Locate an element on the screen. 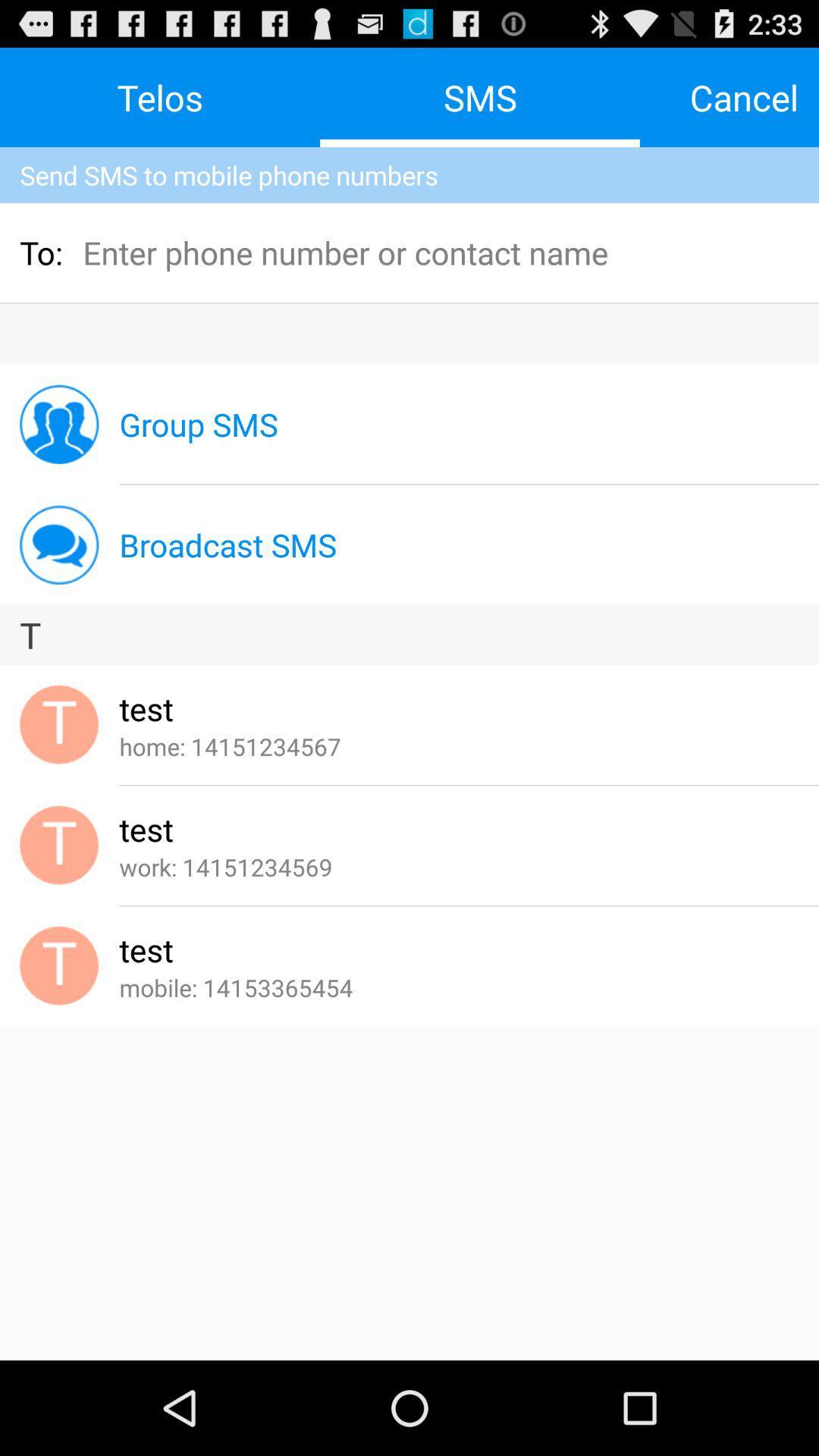 This screenshot has height=1456, width=819. the mobile: 14153365454 at the bottom left corner is located at coordinates (236, 987).